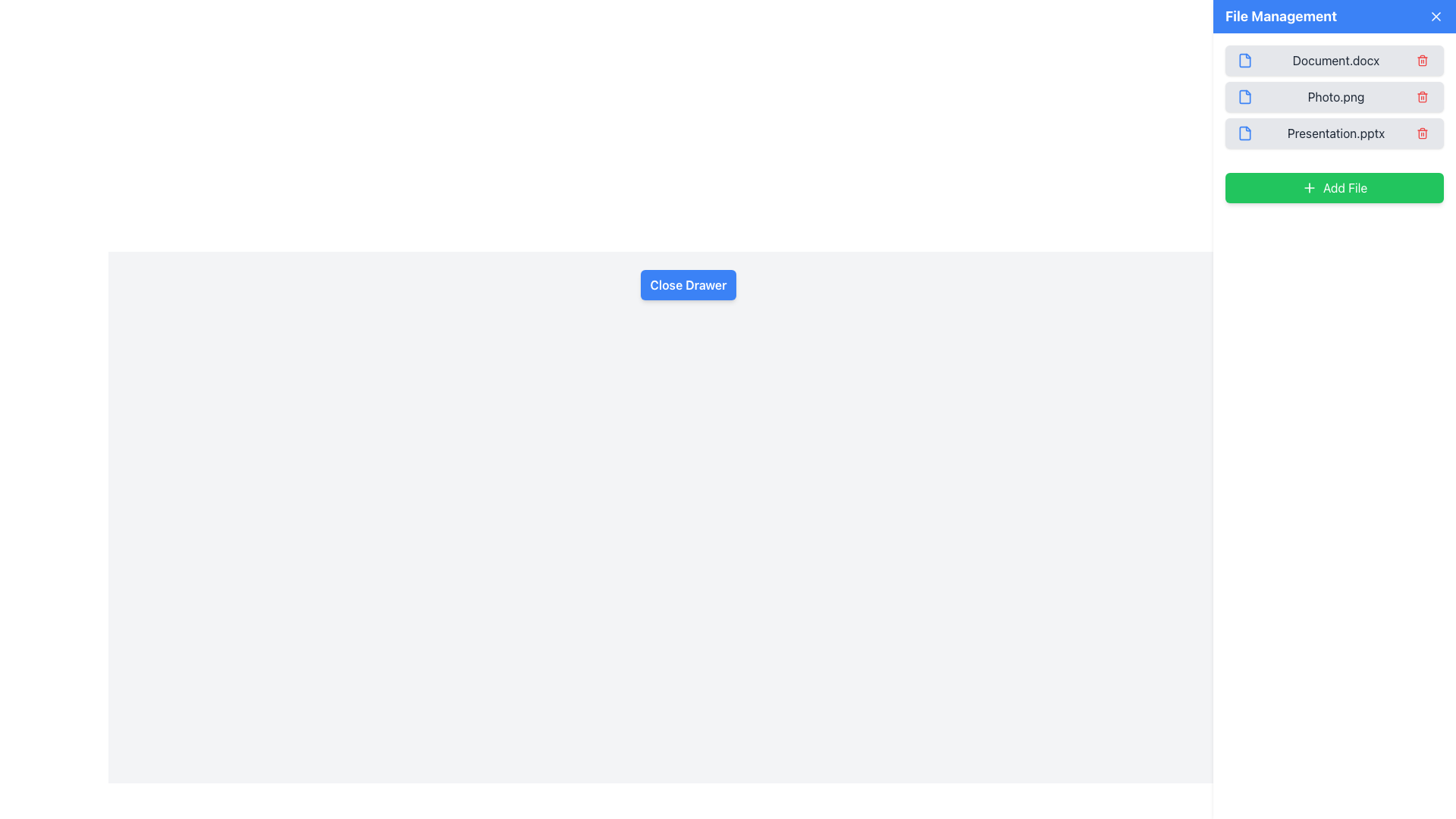 The width and height of the screenshot is (1456, 819). Describe the element at coordinates (1335, 96) in the screenshot. I see `the text label displaying the name 'Photo.png' located in the second position within the file management system's interface` at that location.